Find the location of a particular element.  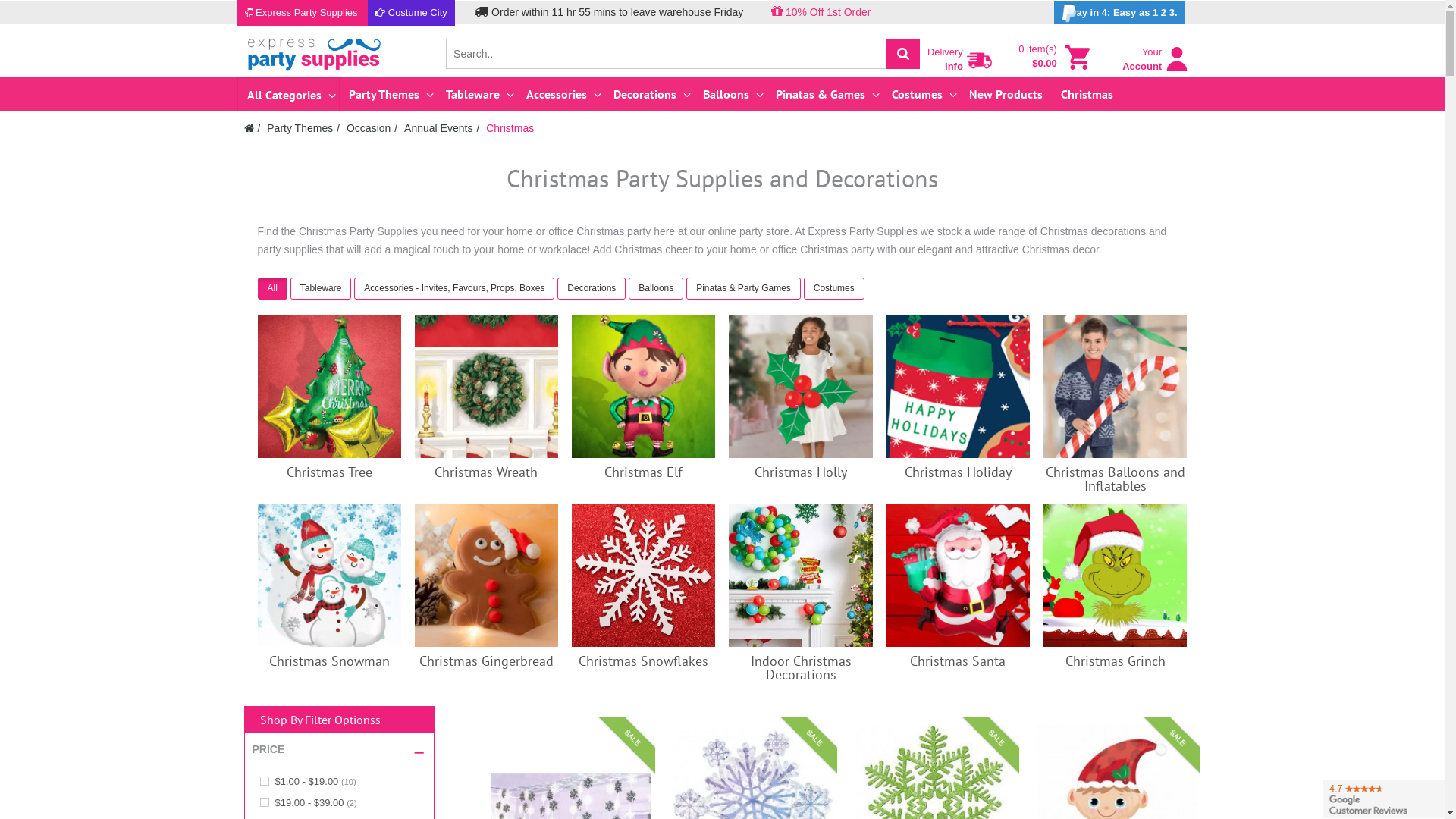

'Christmas Gingerbread' is located at coordinates (486, 575).